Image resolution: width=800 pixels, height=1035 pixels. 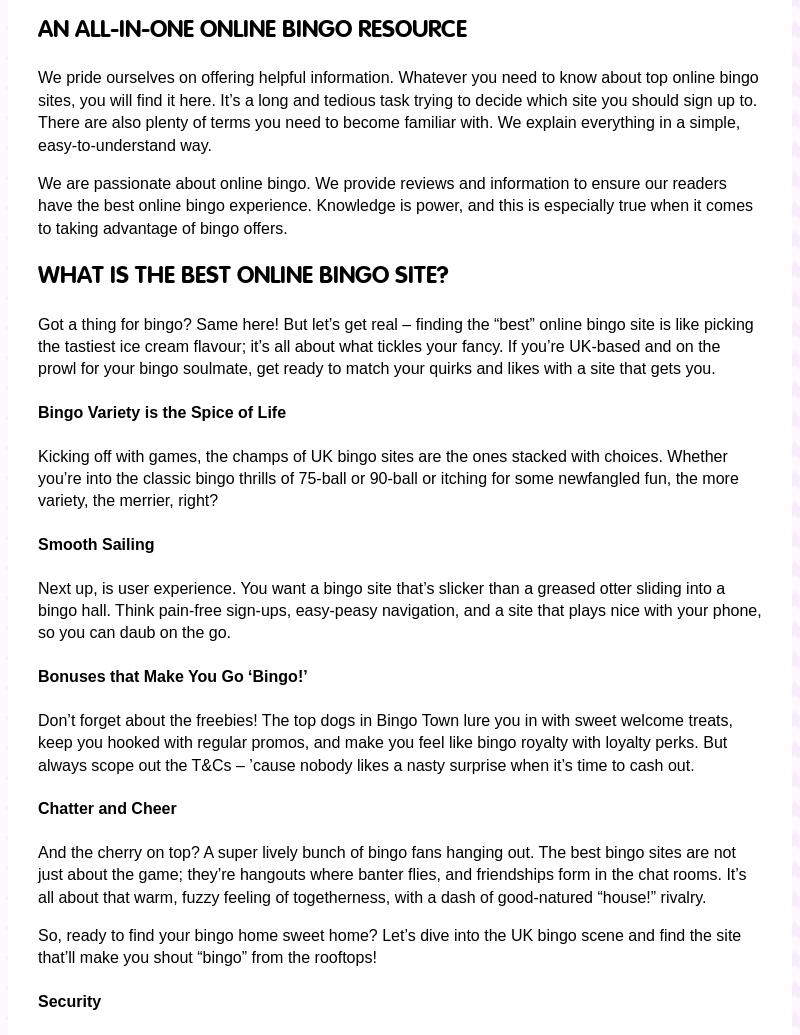 What do you see at coordinates (96, 543) in the screenshot?
I see `'Smooth Sailing'` at bounding box center [96, 543].